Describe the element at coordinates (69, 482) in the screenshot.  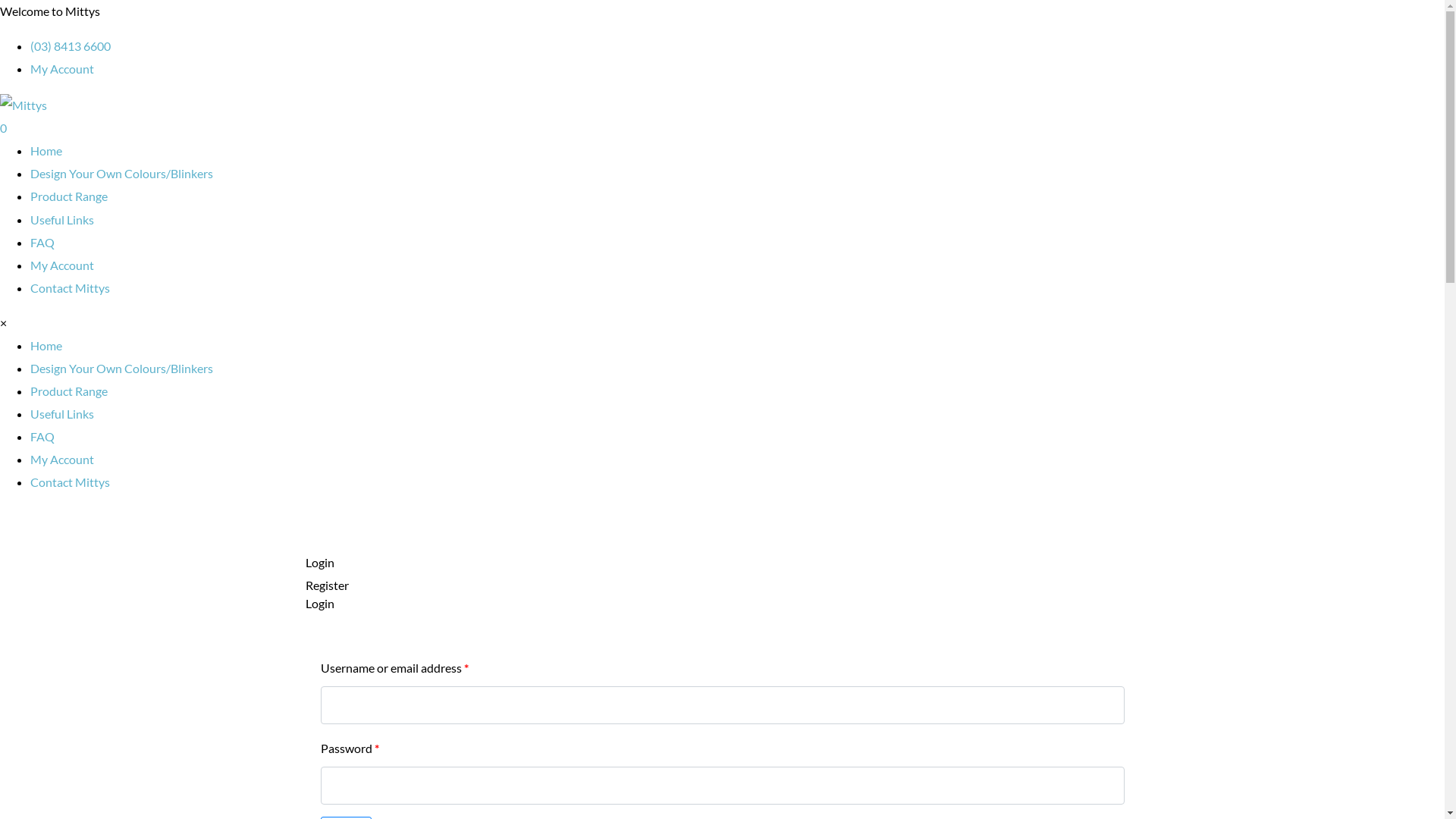
I see `'Contact Mittys'` at that location.